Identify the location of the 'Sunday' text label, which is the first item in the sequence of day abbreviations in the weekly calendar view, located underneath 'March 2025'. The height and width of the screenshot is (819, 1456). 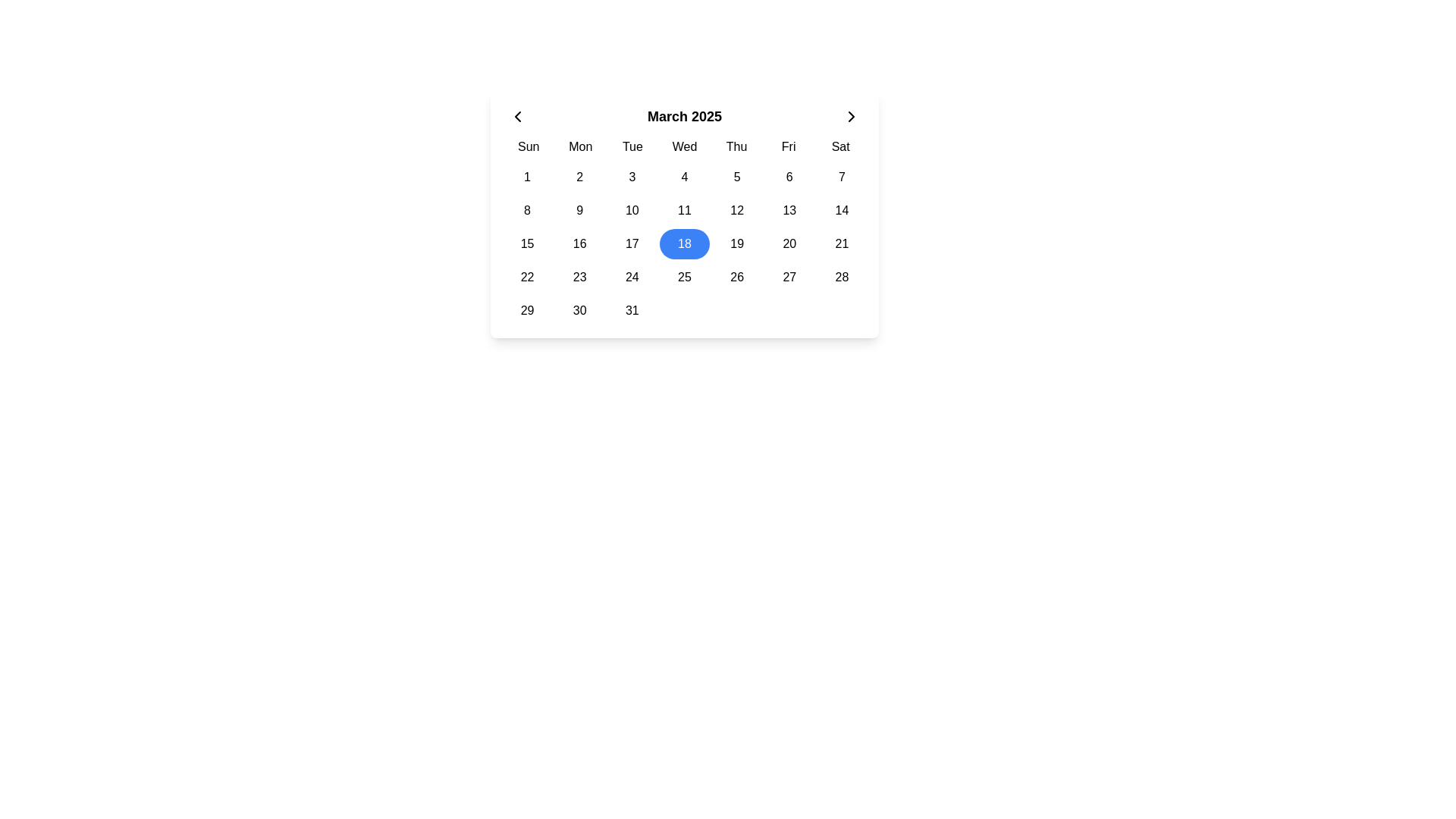
(529, 146).